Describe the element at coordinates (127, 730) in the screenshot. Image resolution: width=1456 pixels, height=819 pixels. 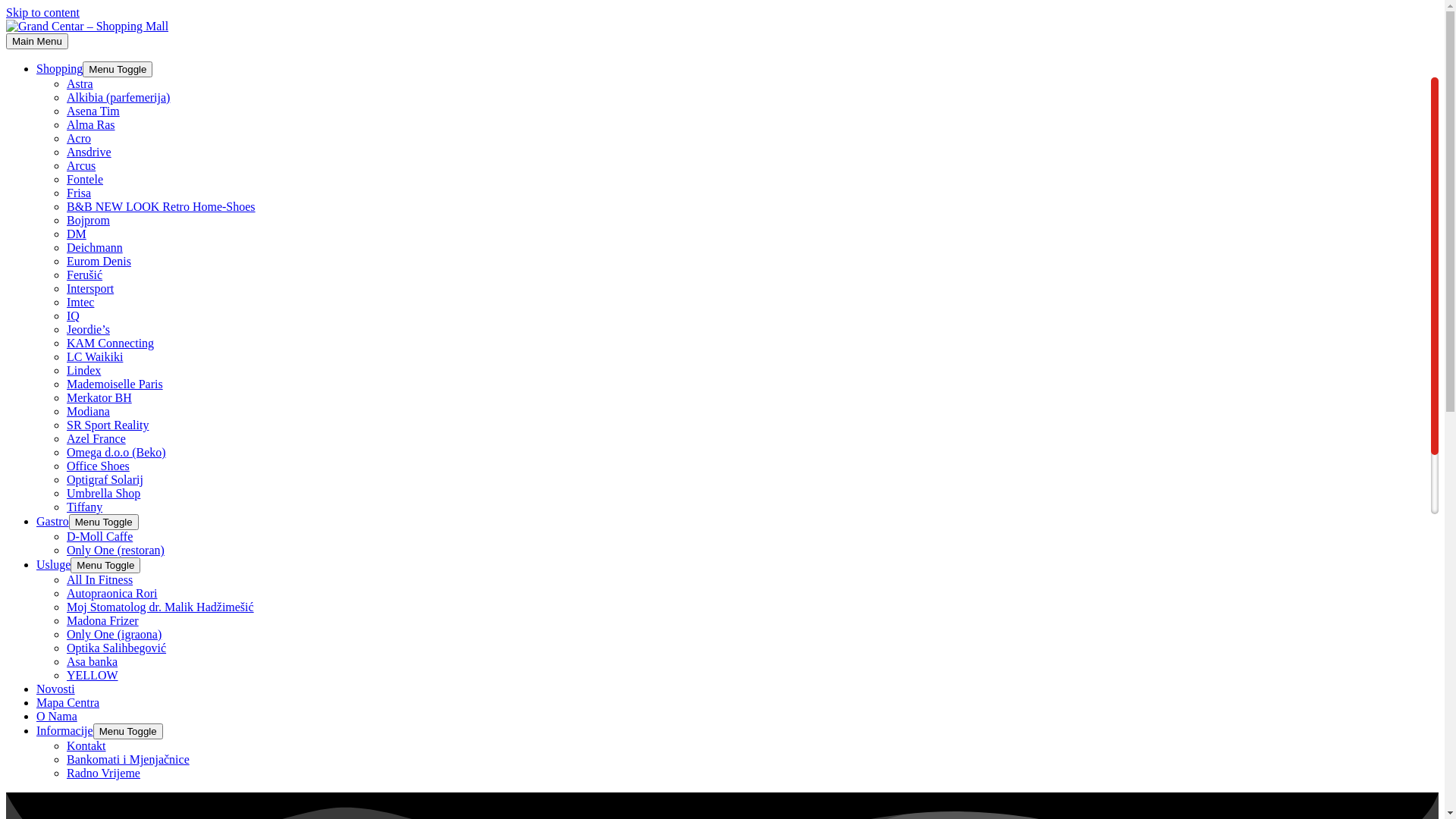
I see `'Menu Toggle'` at that location.